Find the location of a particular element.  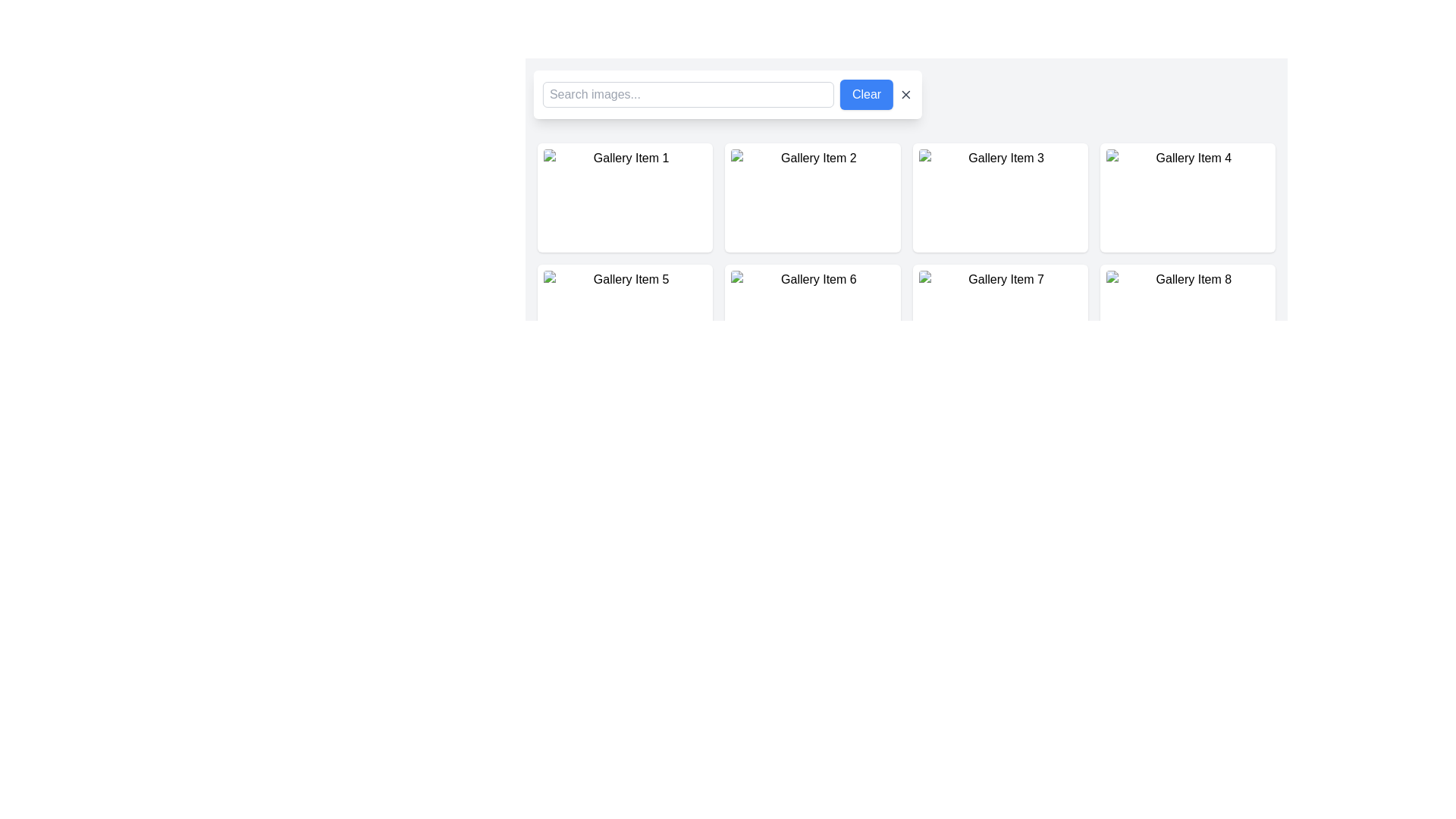

the thumbnail for 'Gallery Item 3', which is located is located at coordinates (1000, 197).